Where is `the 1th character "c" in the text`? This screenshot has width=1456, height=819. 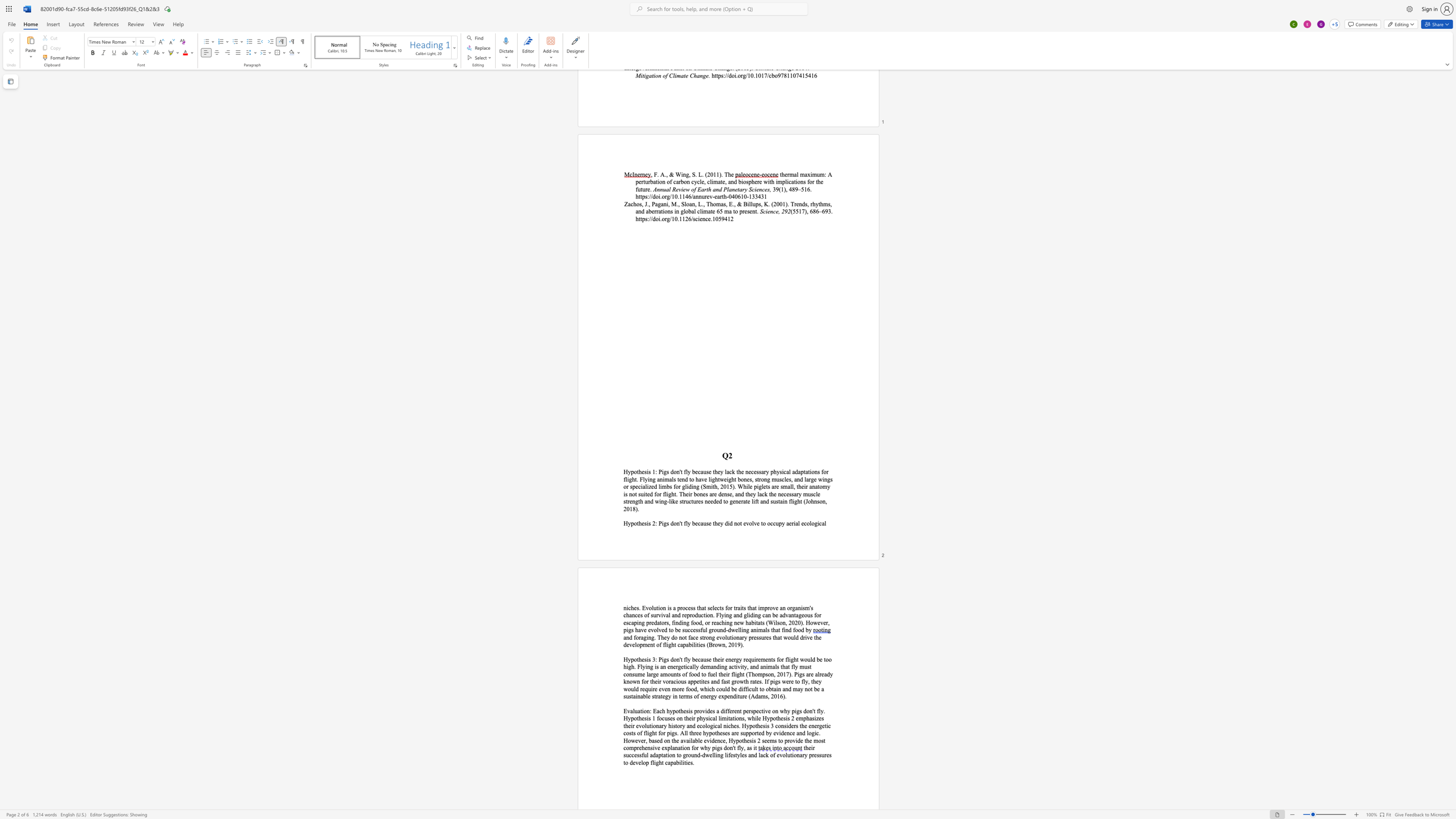
the 1th character "c" in the text is located at coordinates (699, 522).